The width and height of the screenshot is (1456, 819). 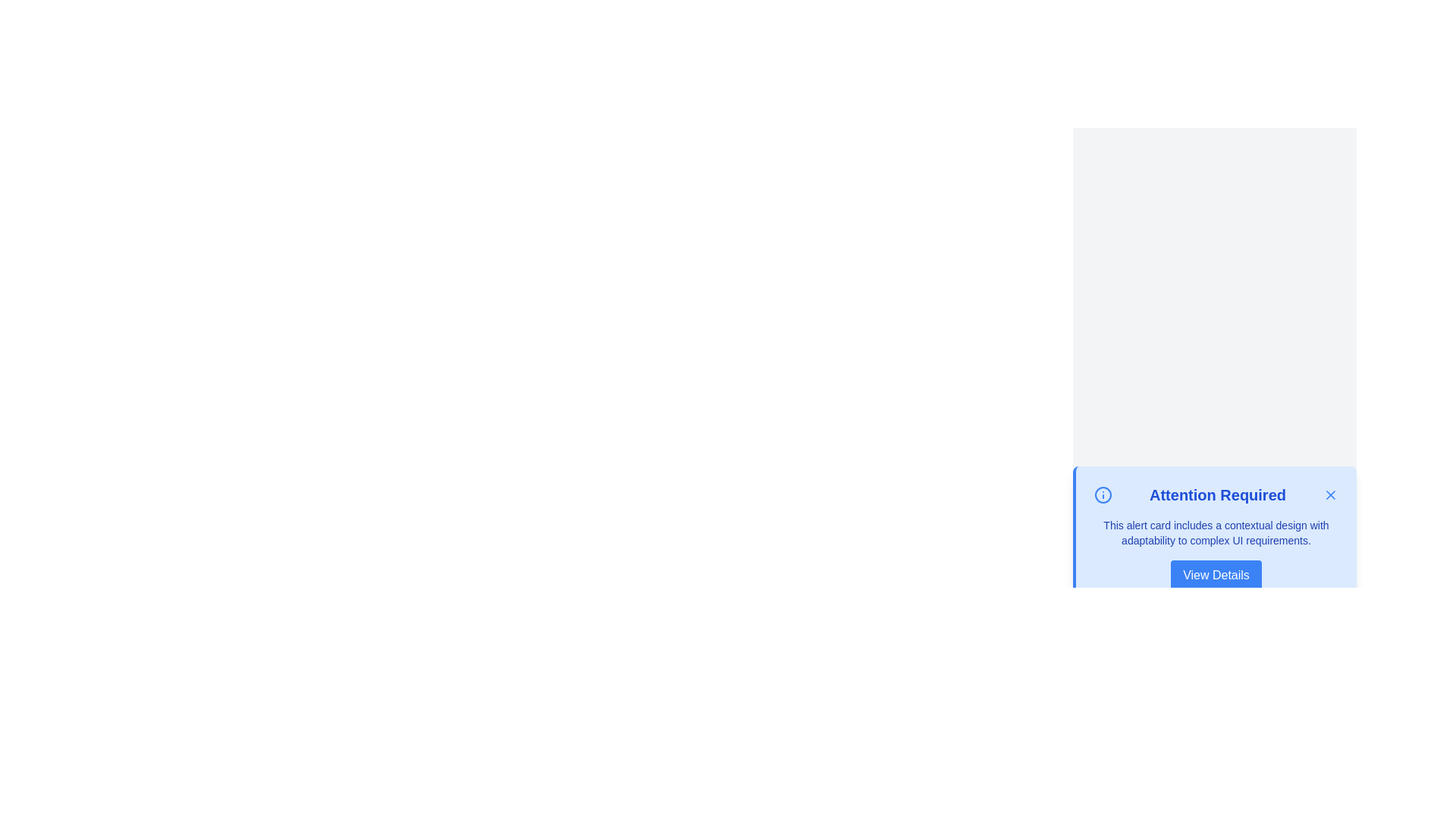 What do you see at coordinates (1103, 494) in the screenshot?
I see `the circular informational icon with a blue outline, located next to the 'Attention Required' title` at bounding box center [1103, 494].